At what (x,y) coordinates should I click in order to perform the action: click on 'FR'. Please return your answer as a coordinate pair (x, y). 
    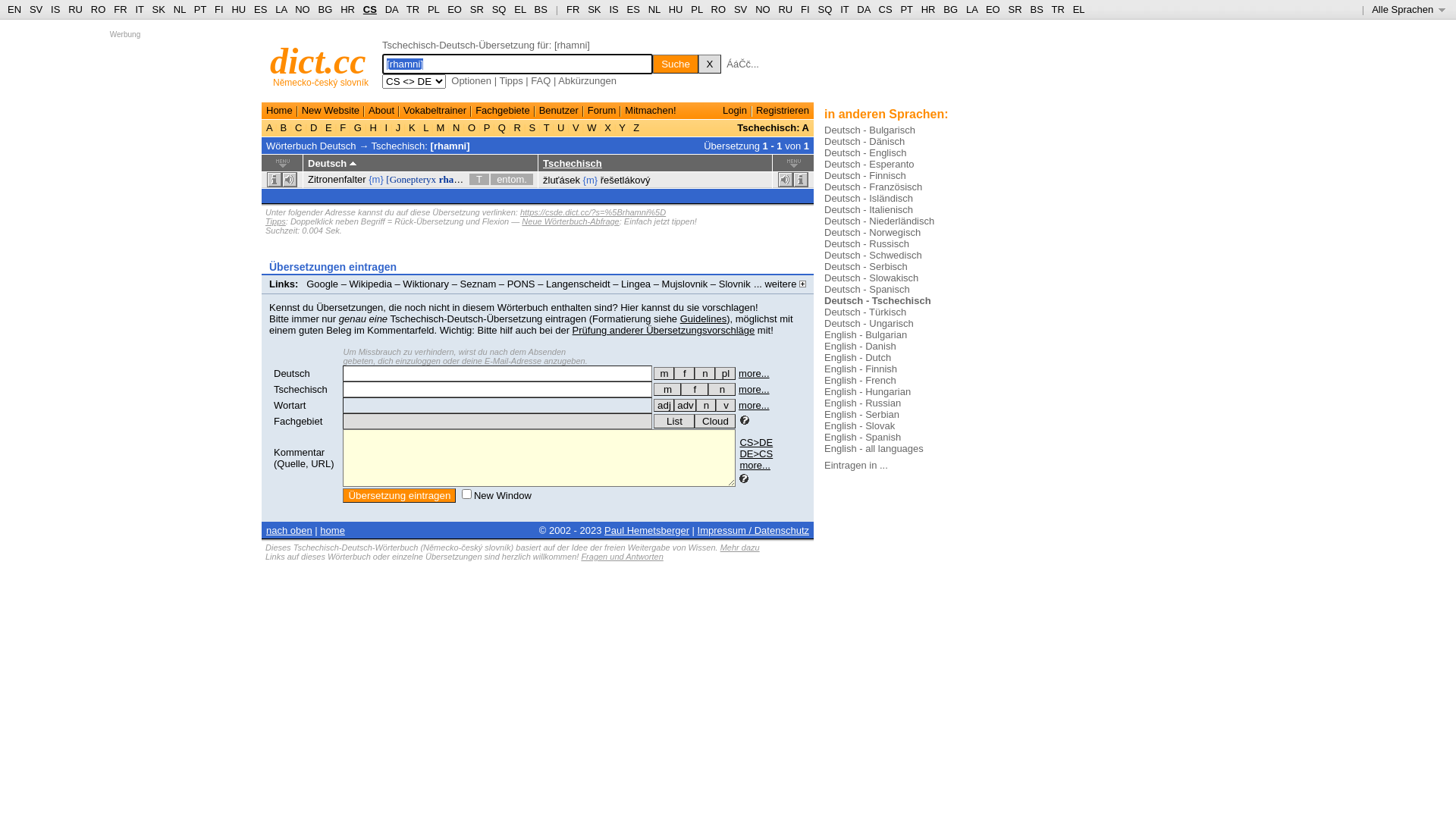
    Looking at the image, I should click on (119, 9).